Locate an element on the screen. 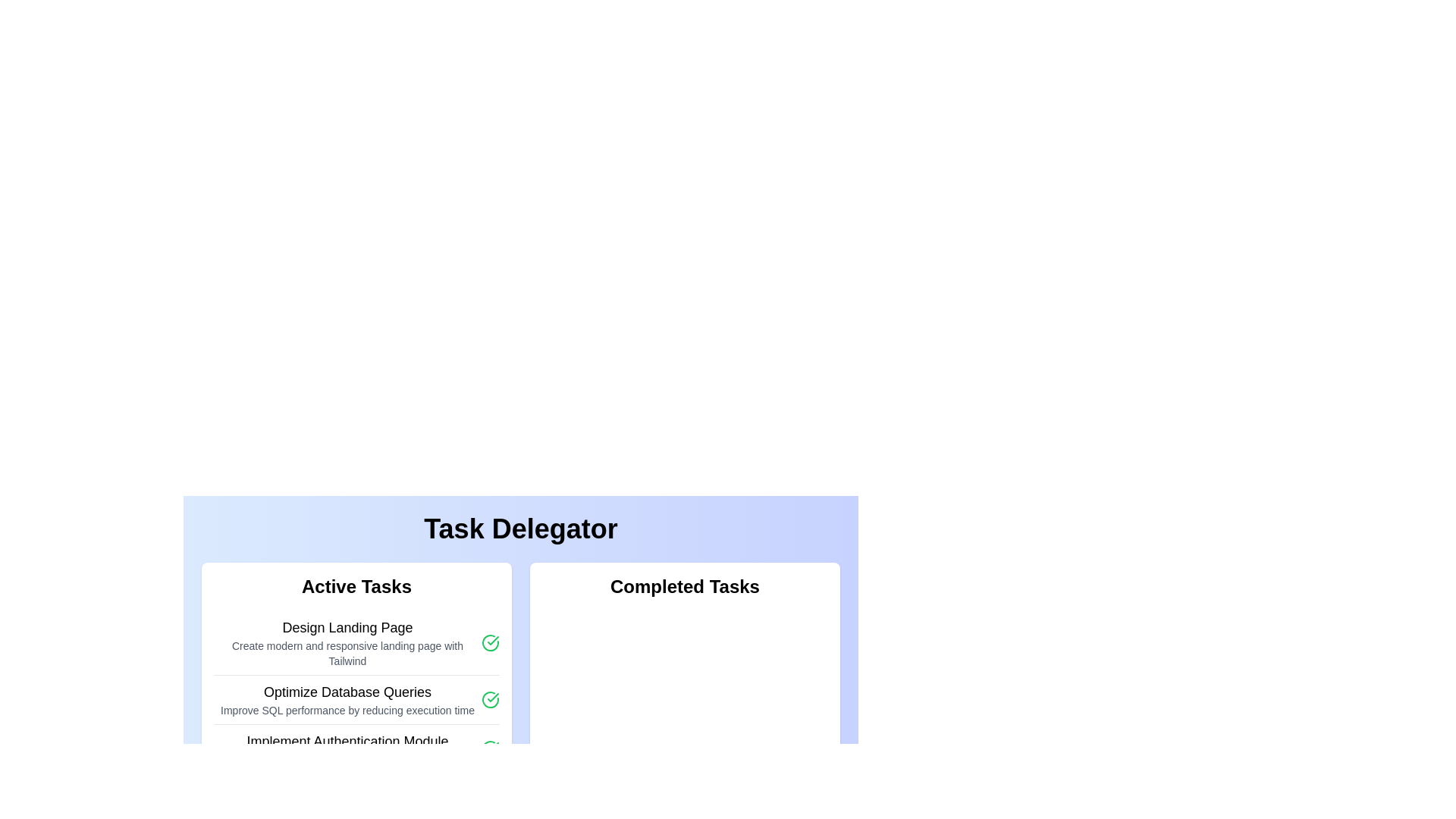  text element displaying 'Task Delegator', which is styled in bold and large font at the top-center of the interface is located at coordinates (520, 529).